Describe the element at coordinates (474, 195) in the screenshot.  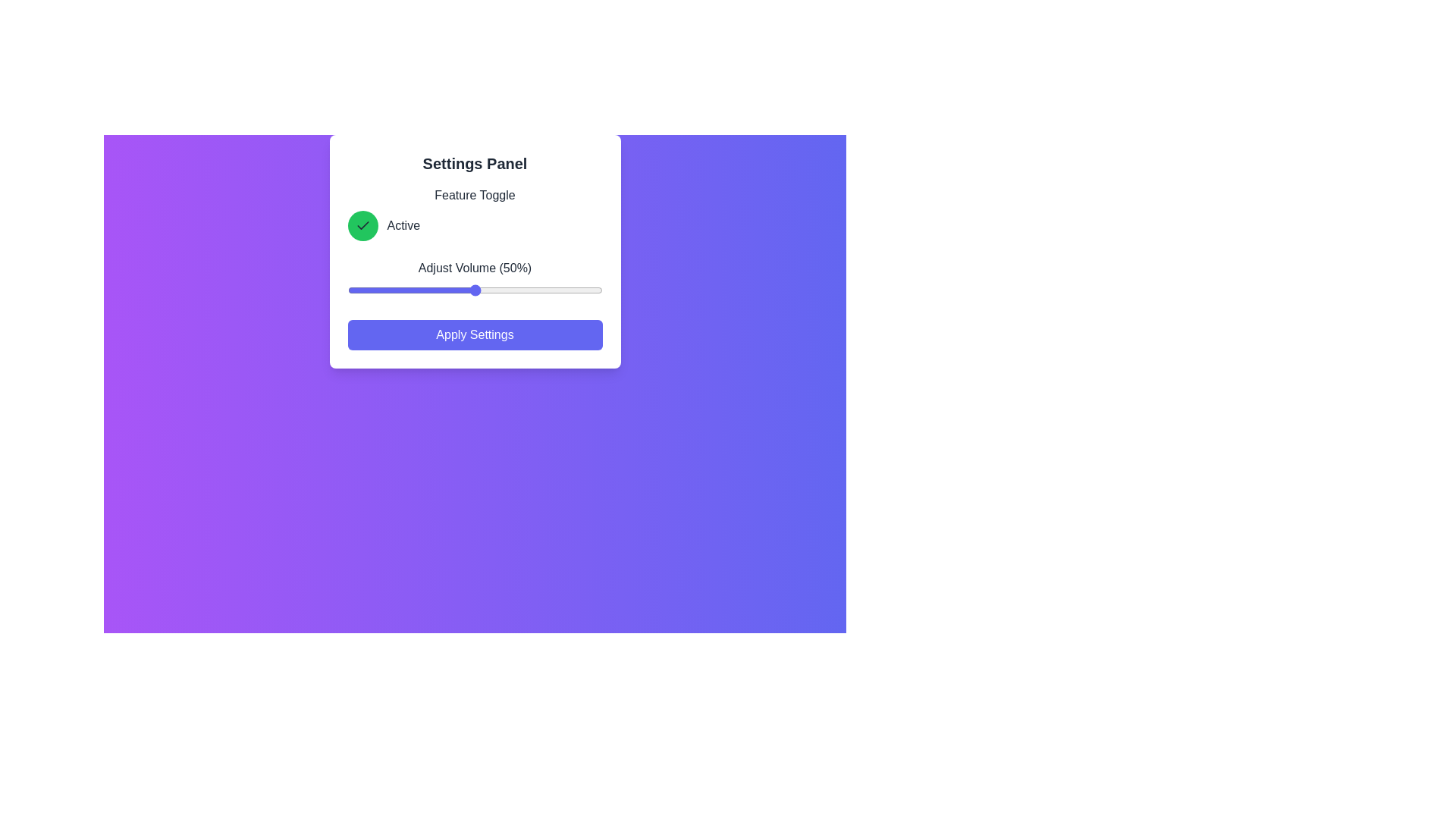
I see `static text label 'Feature Toggle' positioned at the top of the Settings Panel, just below the panel's title` at that location.